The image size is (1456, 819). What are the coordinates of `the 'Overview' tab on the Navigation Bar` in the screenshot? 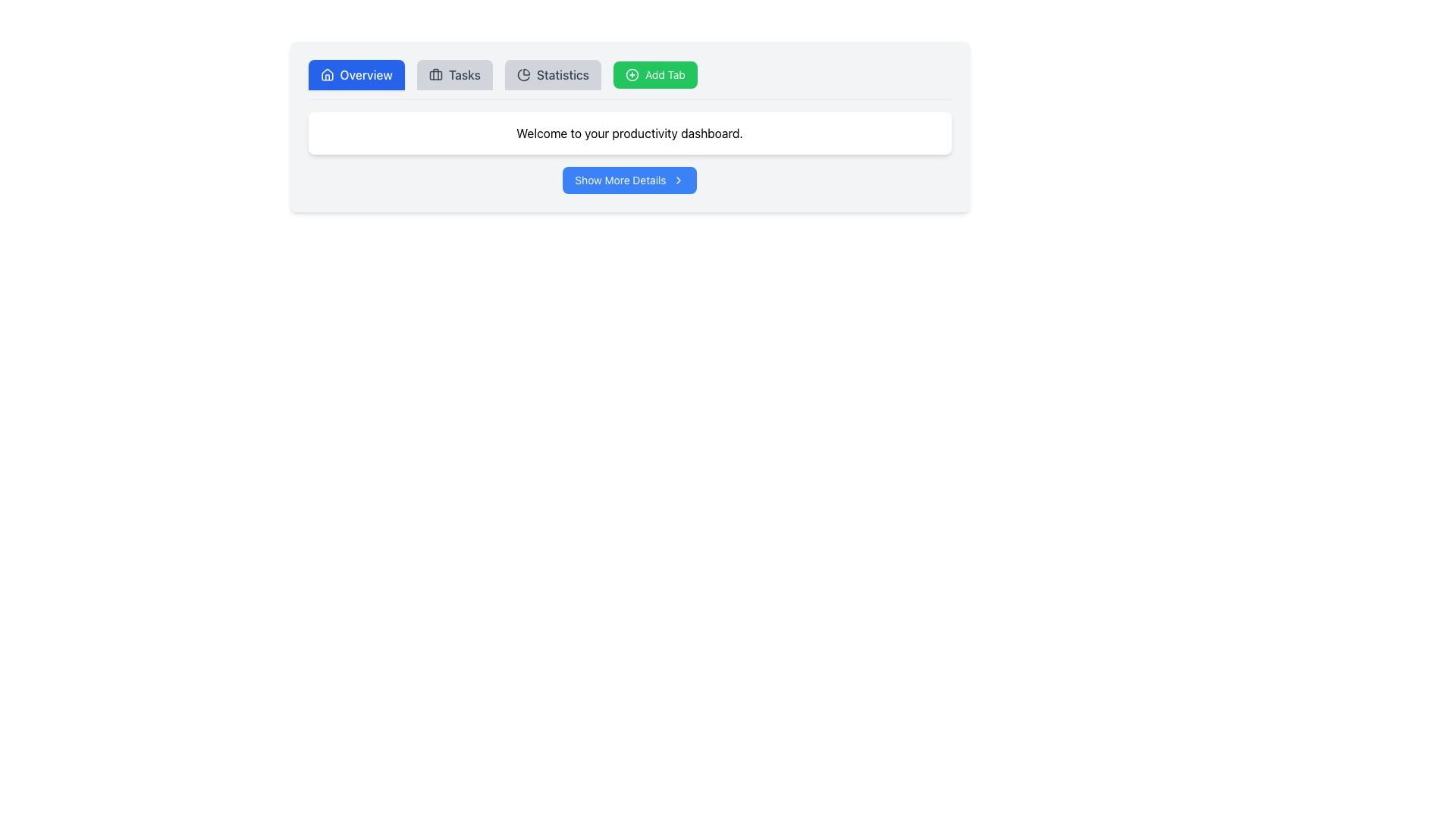 It's located at (629, 80).